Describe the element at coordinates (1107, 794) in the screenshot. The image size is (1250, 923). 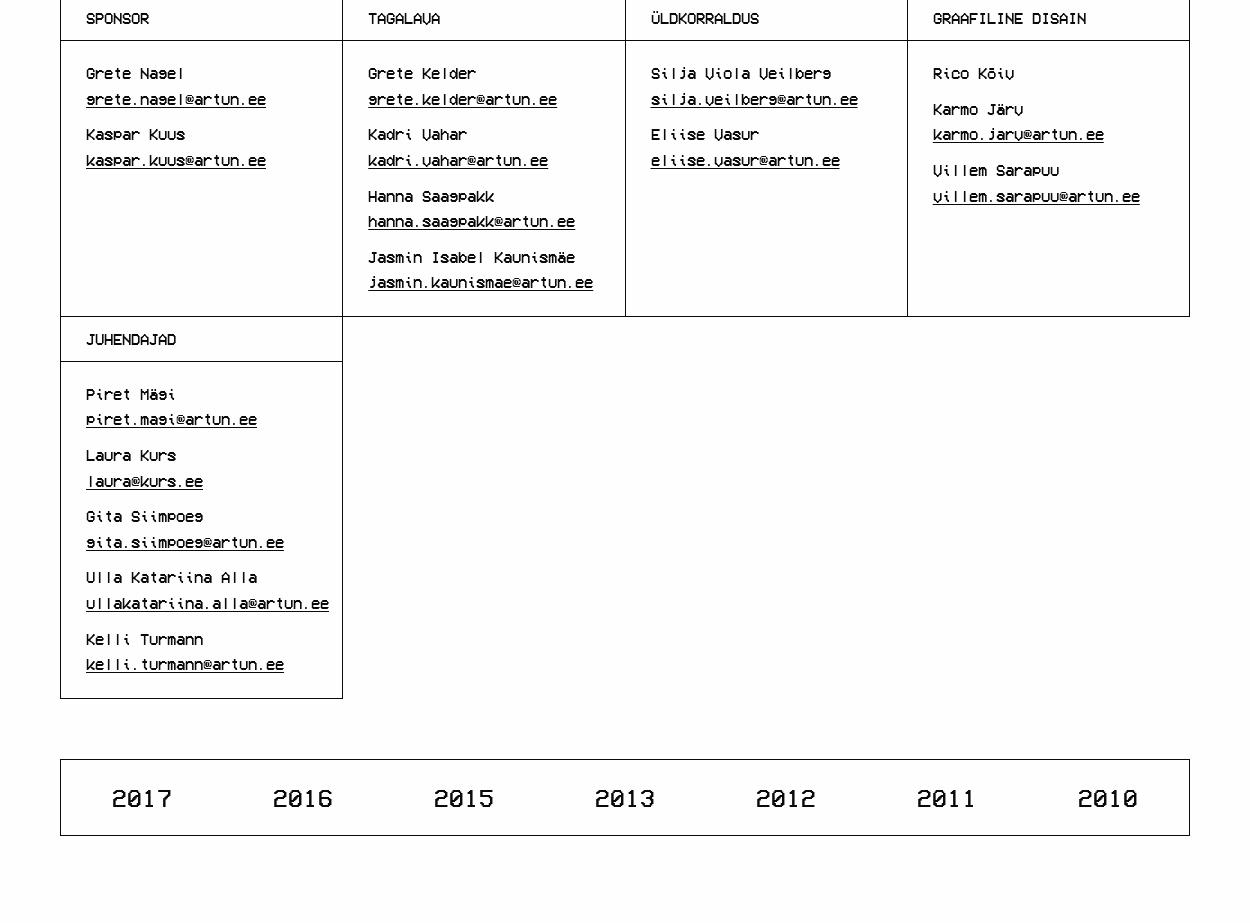
I see `'2010'` at that location.